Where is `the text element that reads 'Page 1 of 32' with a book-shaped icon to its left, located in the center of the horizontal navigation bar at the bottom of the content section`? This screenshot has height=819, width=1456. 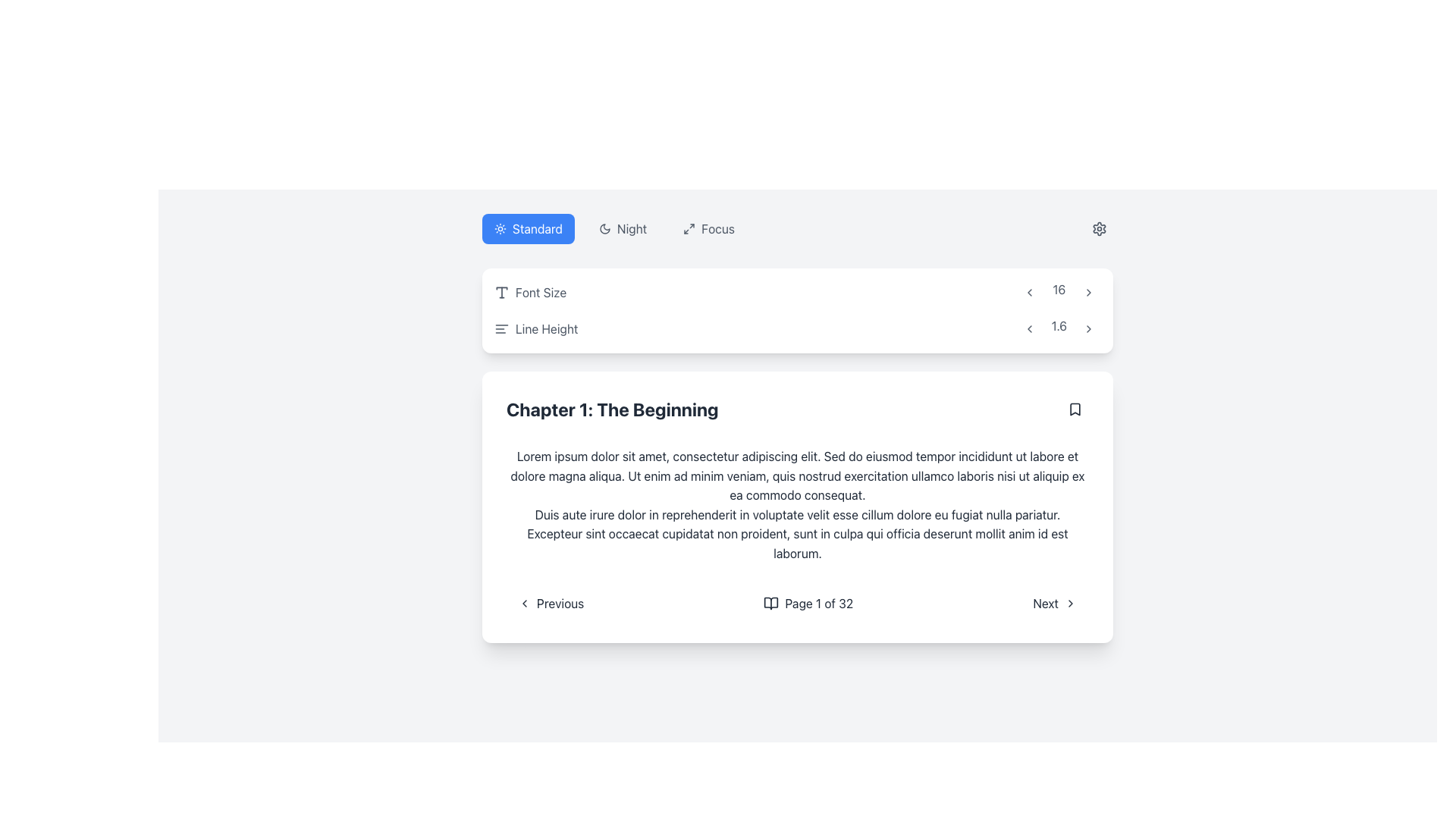
the text element that reads 'Page 1 of 32' with a book-shaped icon to its left, located in the center of the horizontal navigation bar at the bottom of the content section is located at coordinates (808, 602).